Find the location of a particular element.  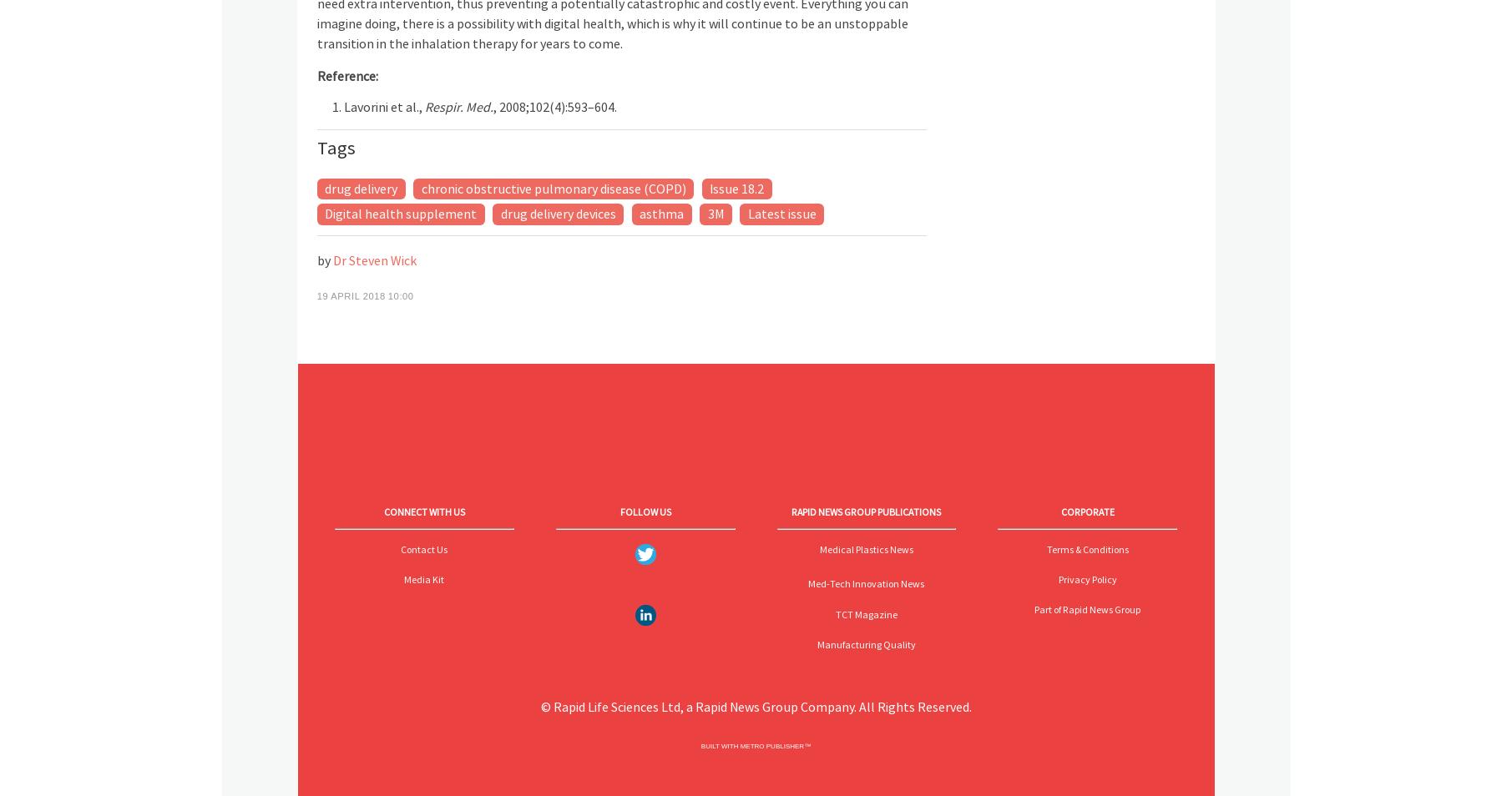

'Mastering Materiovigilance: Safeguarding SaMD and Beyond' is located at coordinates (534, 580).